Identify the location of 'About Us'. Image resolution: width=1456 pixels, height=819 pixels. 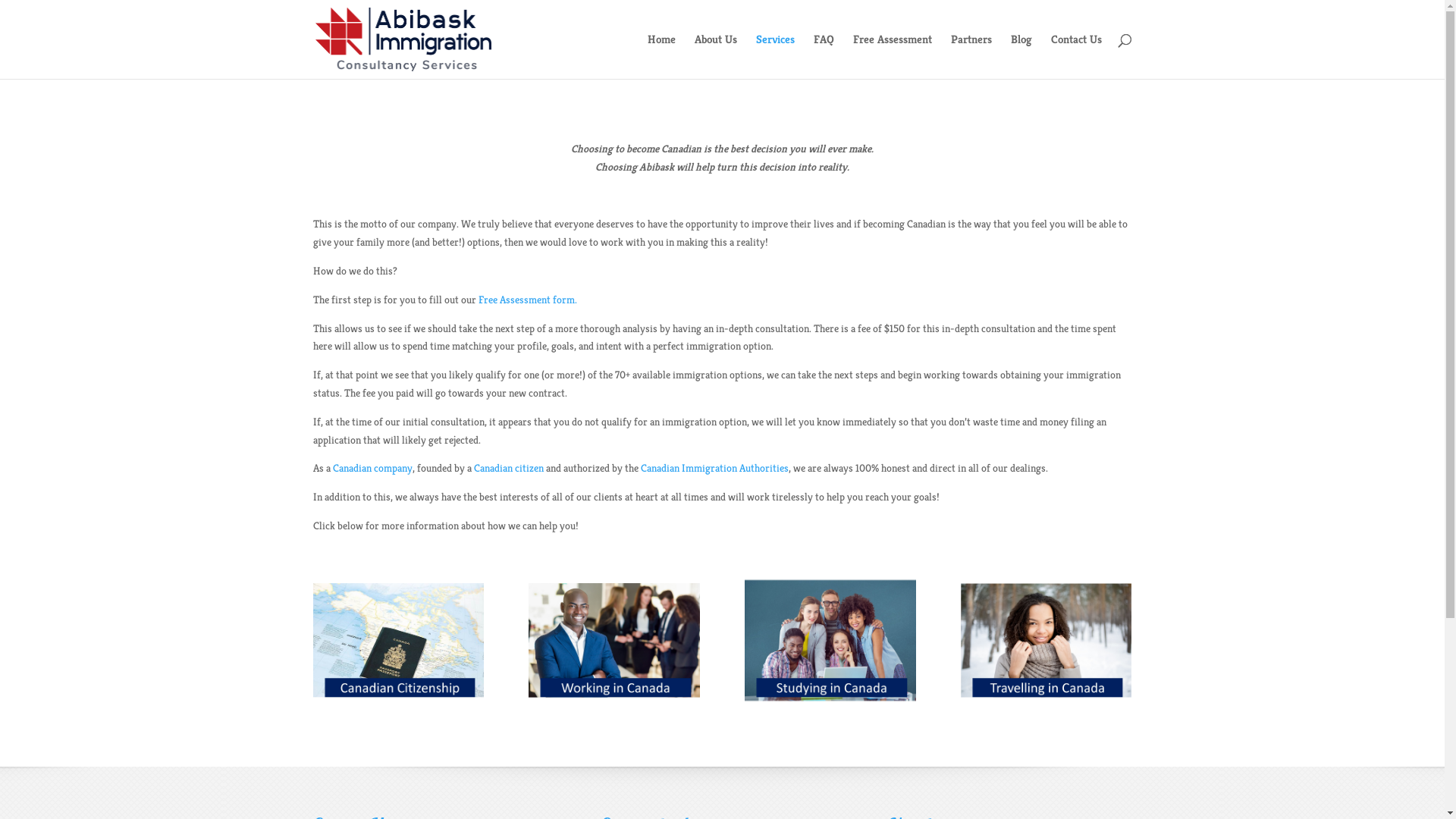
(715, 55).